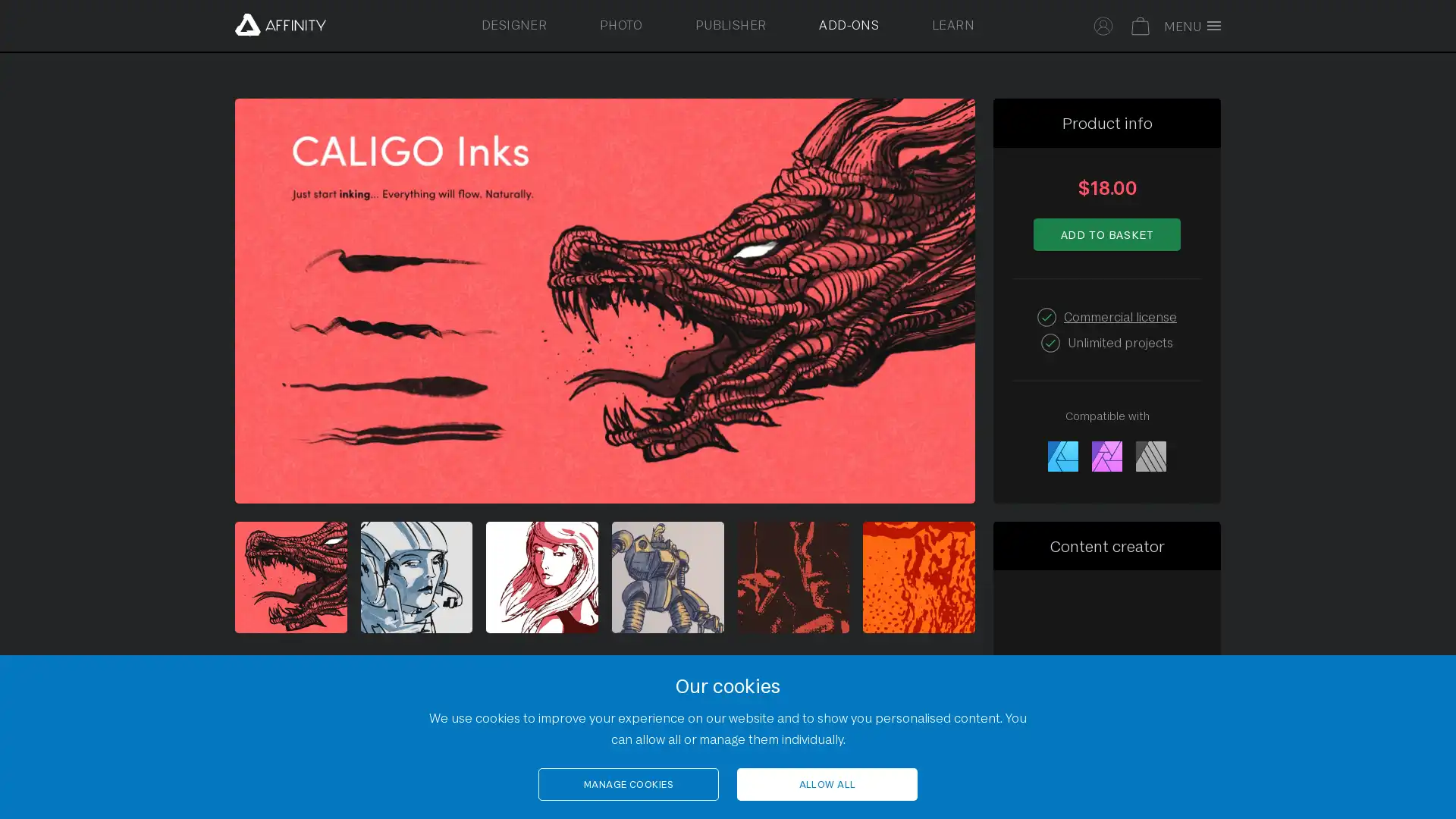 The width and height of the screenshot is (1456, 819). What do you see at coordinates (416, 576) in the screenshot?
I see `Select to view image 2` at bounding box center [416, 576].